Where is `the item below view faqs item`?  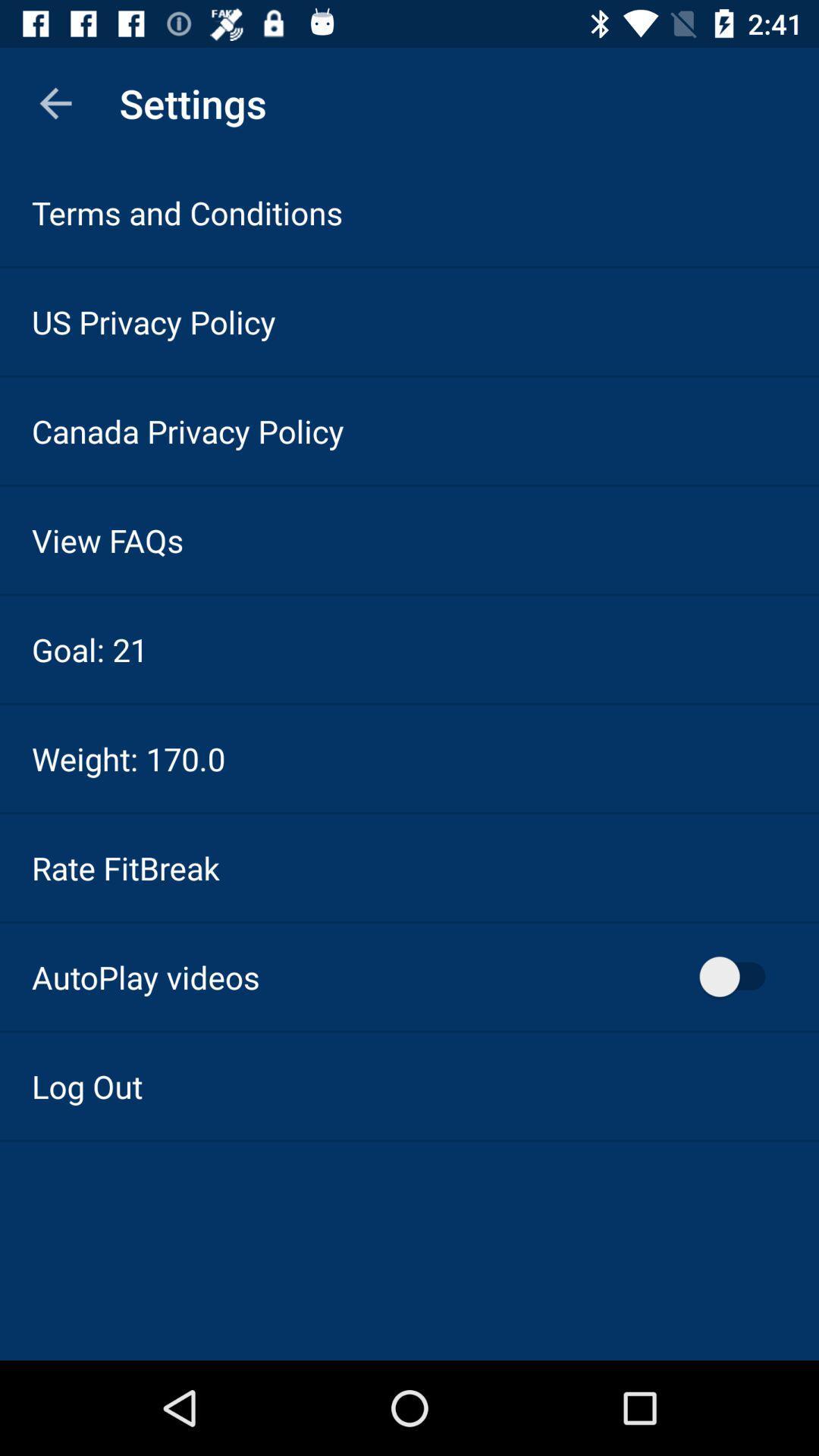 the item below view faqs item is located at coordinates (89, 649).